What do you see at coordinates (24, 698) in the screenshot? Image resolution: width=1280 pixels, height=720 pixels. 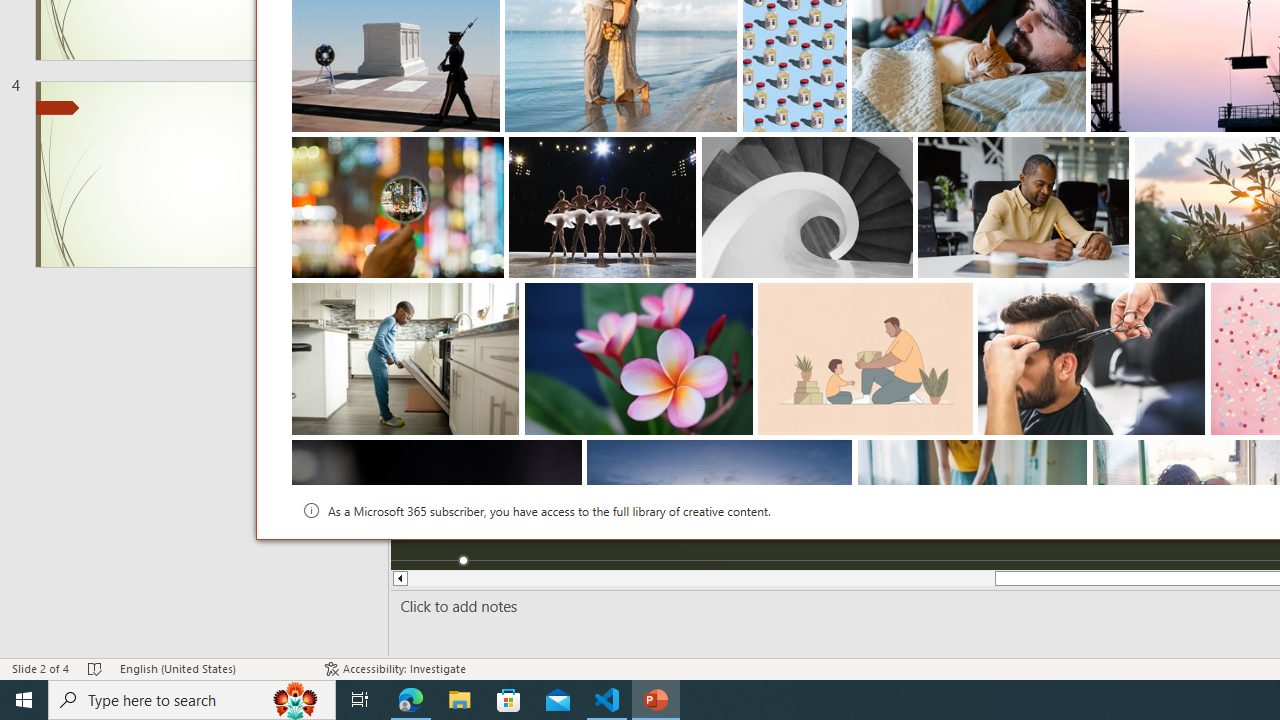 I see `'Start'` at bounding box center [24, 698].